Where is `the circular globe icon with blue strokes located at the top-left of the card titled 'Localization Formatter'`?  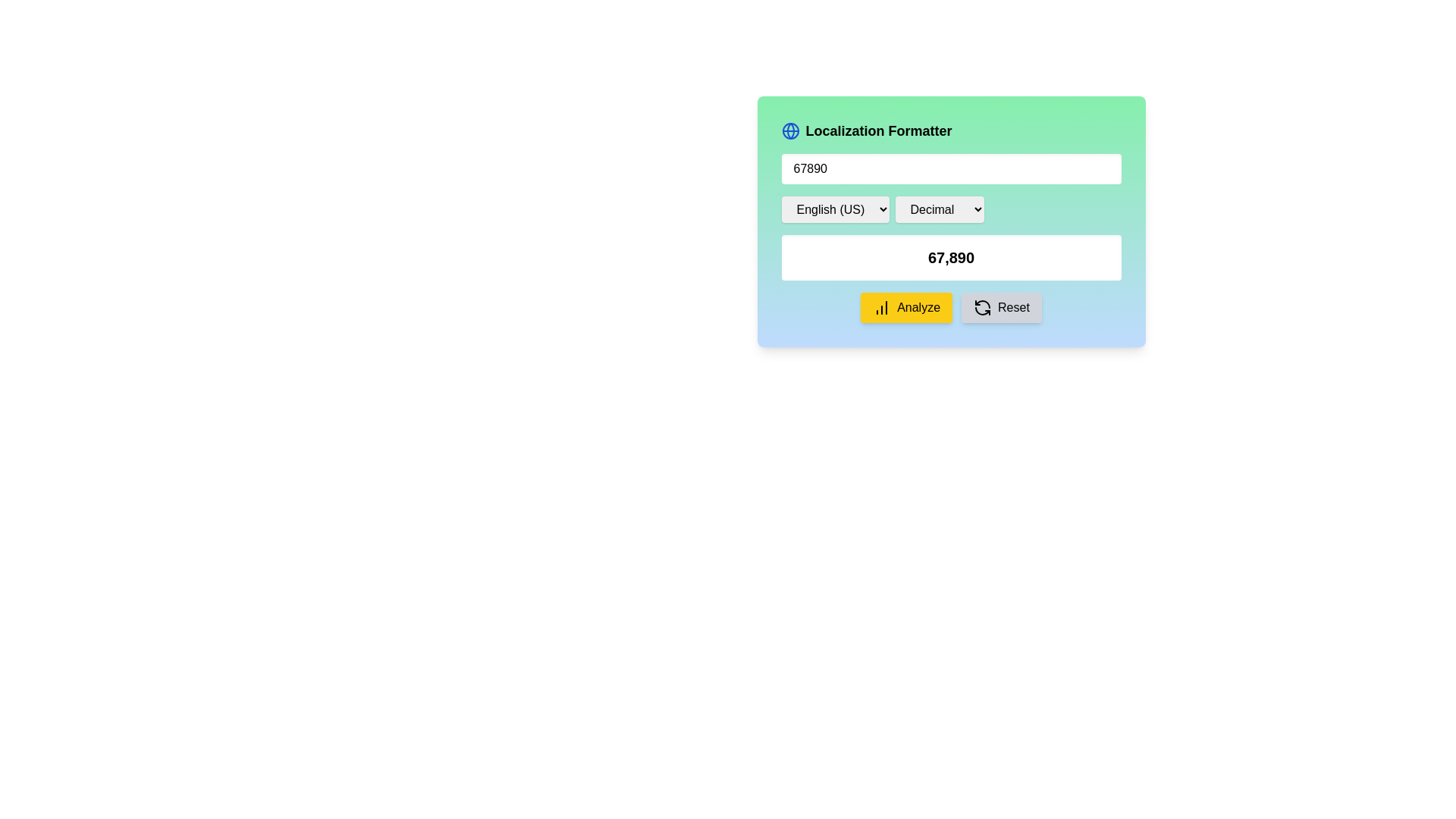 the circular globe icon with blue strokes located at the top-left of the card titled 'Localization Formatter' is located at coordinates (789, 130).